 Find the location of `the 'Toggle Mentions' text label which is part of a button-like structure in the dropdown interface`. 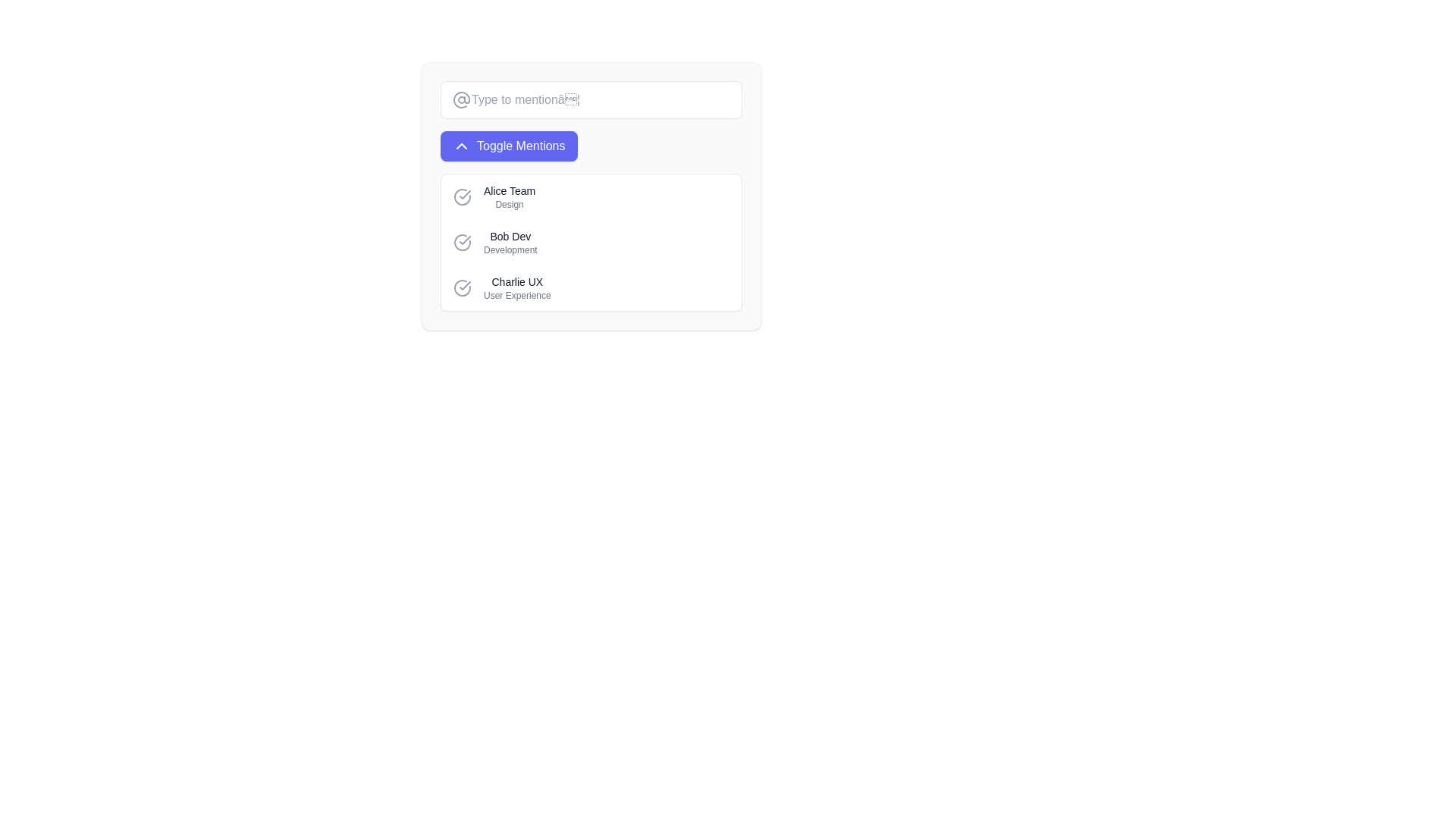

the 'Toggle Mentions' text label which is part of a button-like structure in the dropdown interface is located at coordinates (521, 146).